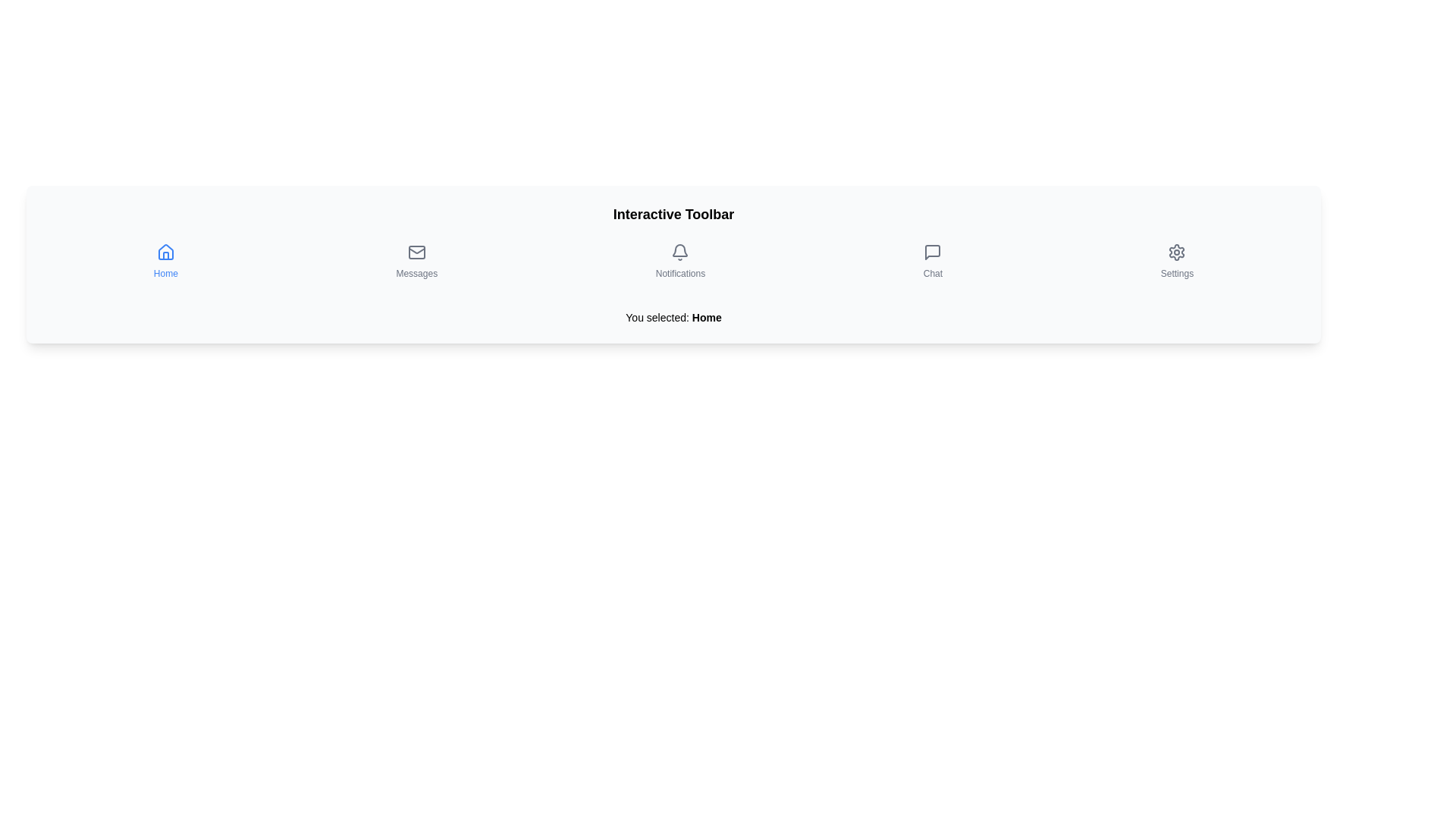  I want to click on the title text element that serves as the heading for the toolbar section, located at the top center of the interface, so click(673, 214).